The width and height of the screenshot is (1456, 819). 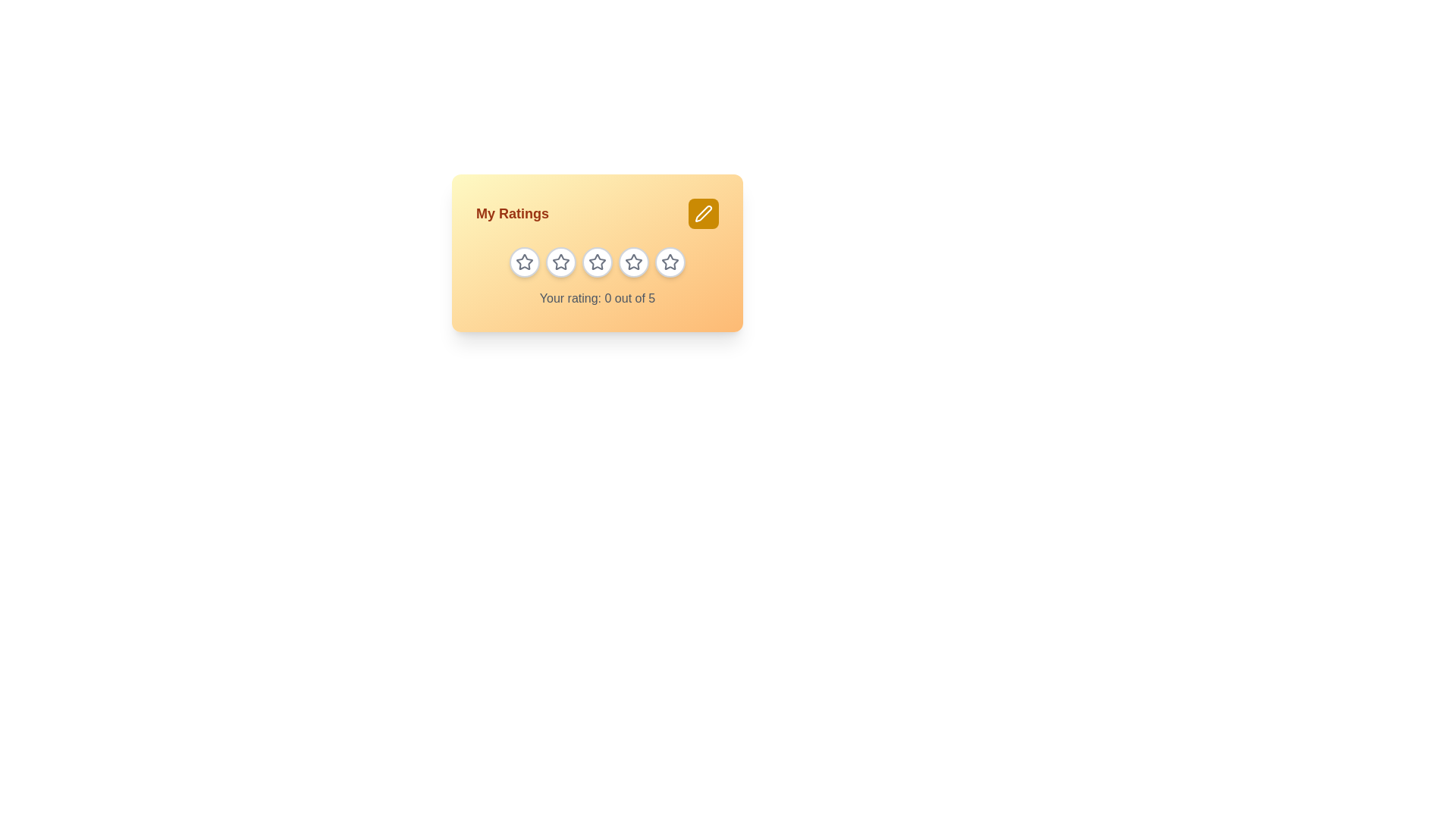 I want to click on the first star icon in the rating component under 'My Ratings', so click(x=524, y=262).